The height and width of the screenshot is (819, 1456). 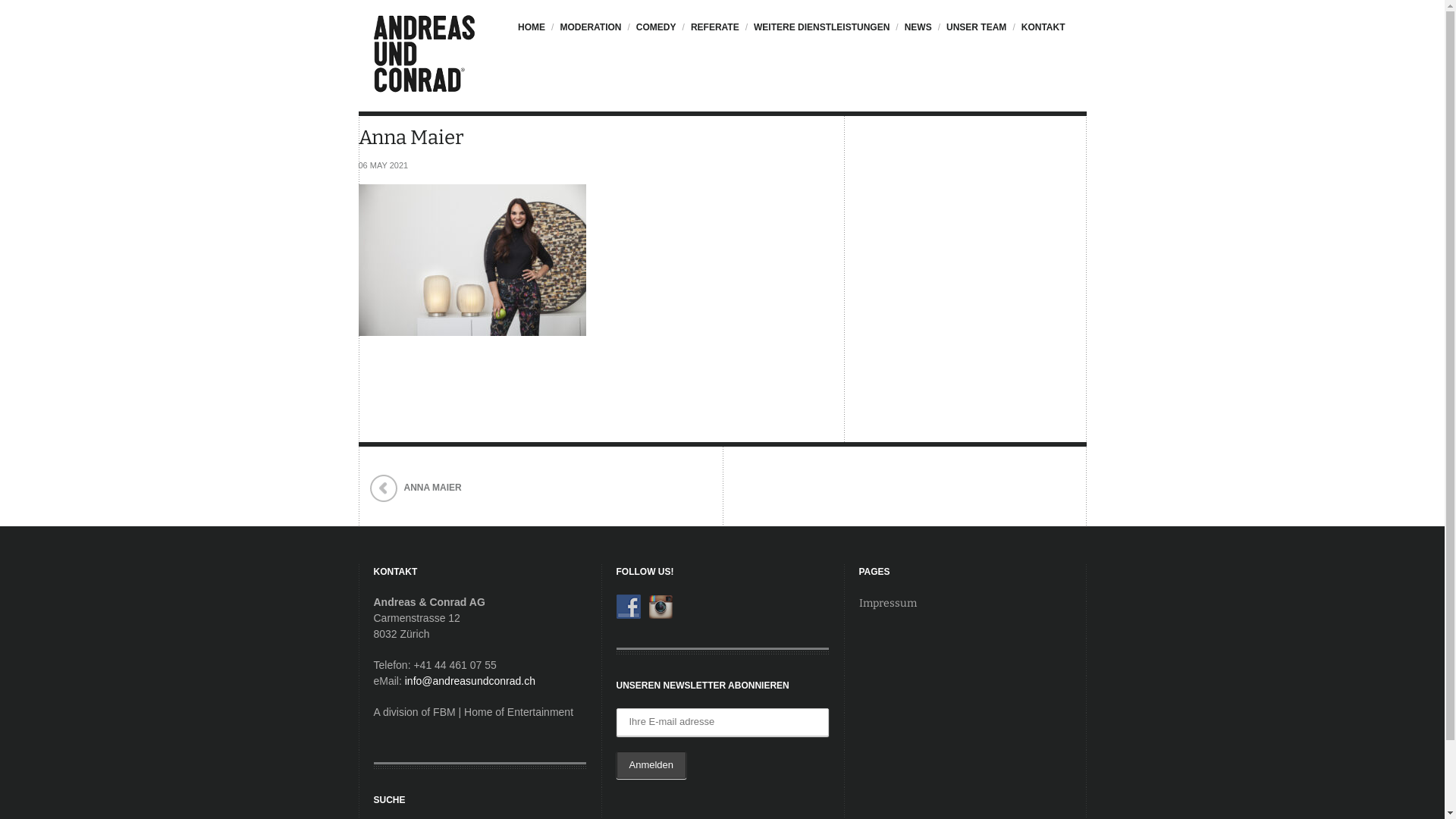 What do you see at coordinates (628, 605) in the screenshot?
I see `'Follow Us on Facebook'` at bounding box center [628, 605].